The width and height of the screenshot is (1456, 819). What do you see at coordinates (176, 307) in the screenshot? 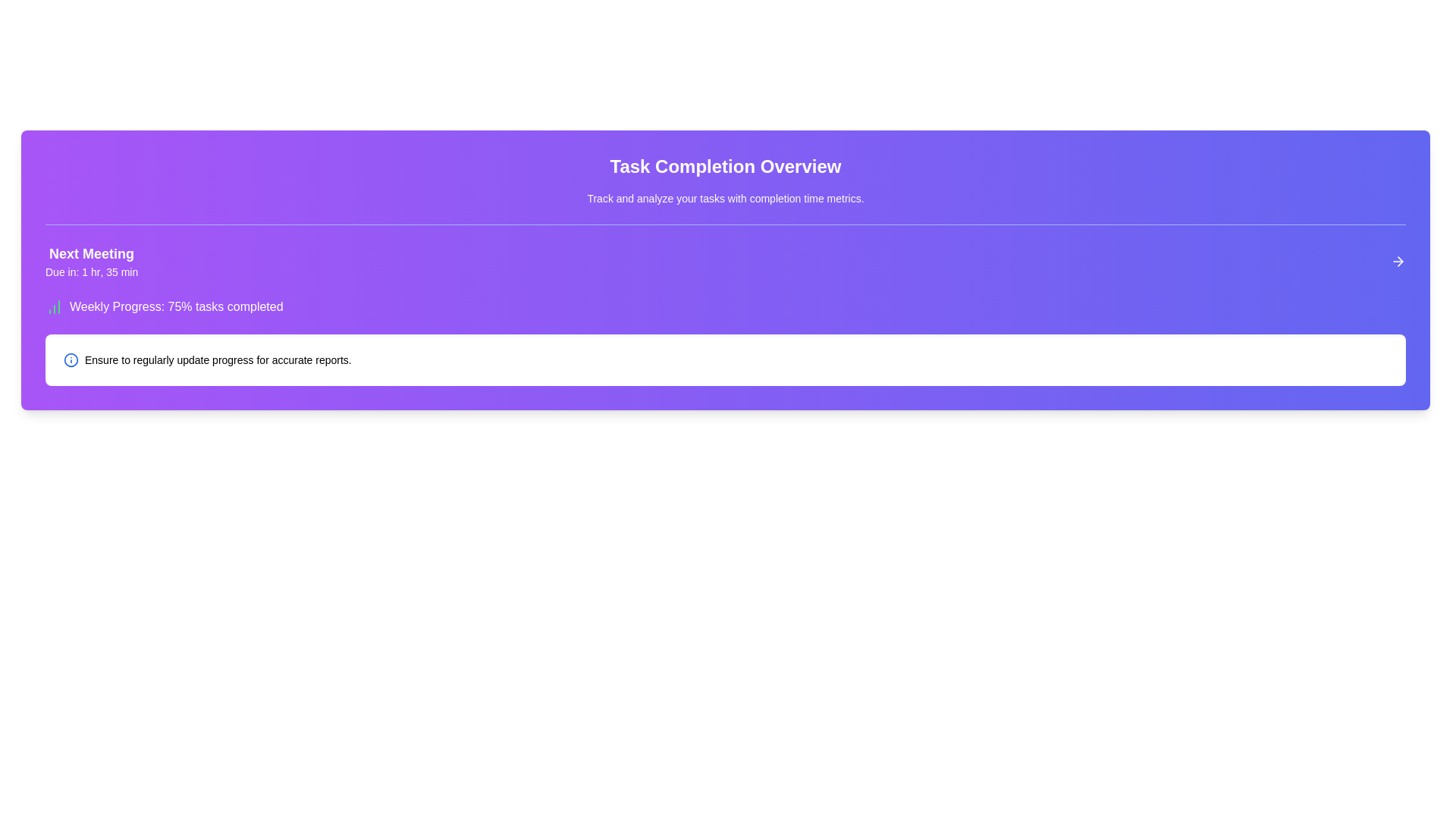
I see `the content of the progress information Text Label, which indicates the completion percentage of tasks for the week, located centrally below the 'Next Meeting' information and to the right of a green progress icon` at bounding box center [176, 307].